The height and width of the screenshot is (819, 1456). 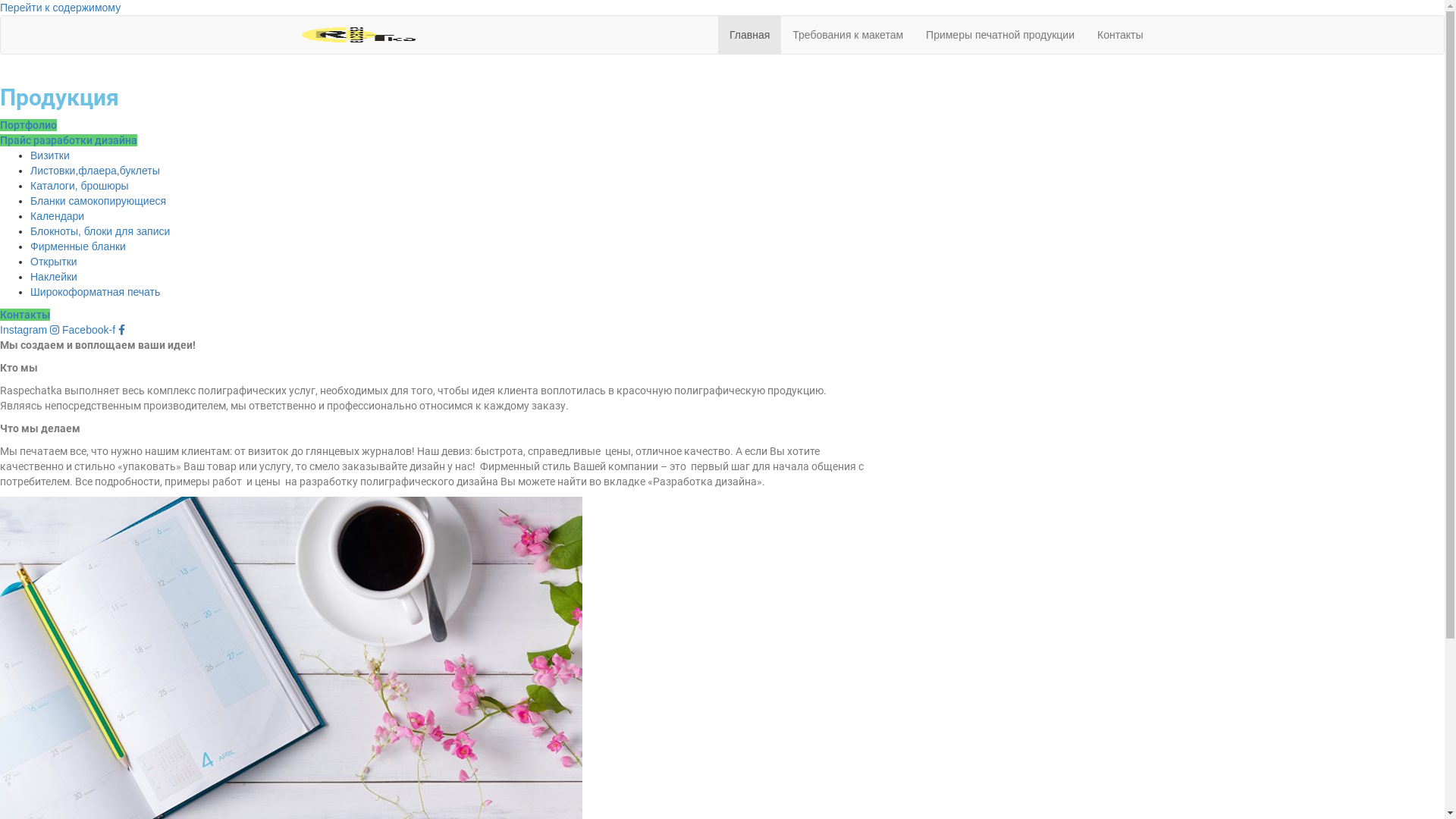 I want to click on 'Instagram', so click(x=31, y=329).